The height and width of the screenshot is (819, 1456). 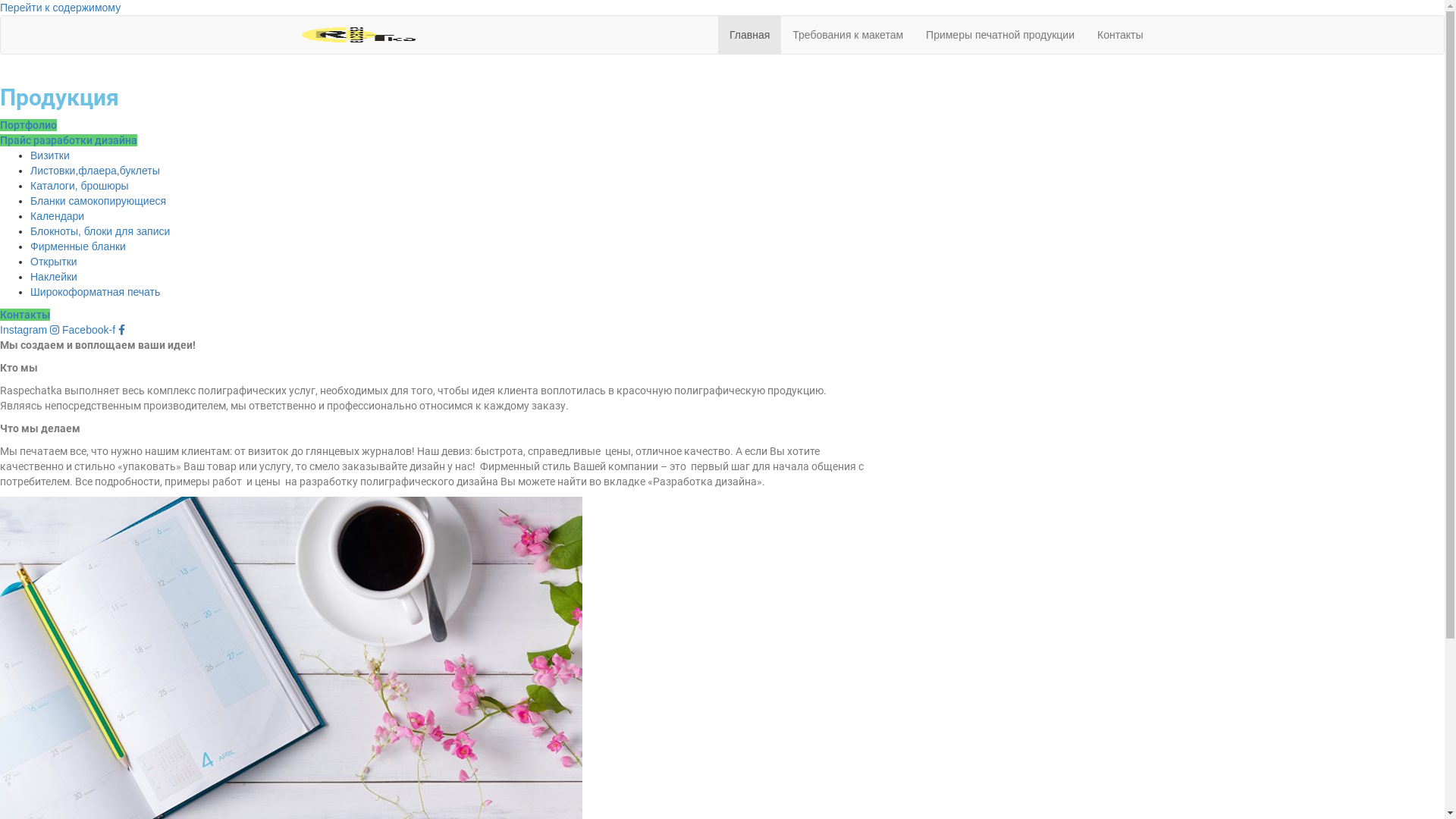 I want to click on 'Instagram', so click(x=31, y=329).